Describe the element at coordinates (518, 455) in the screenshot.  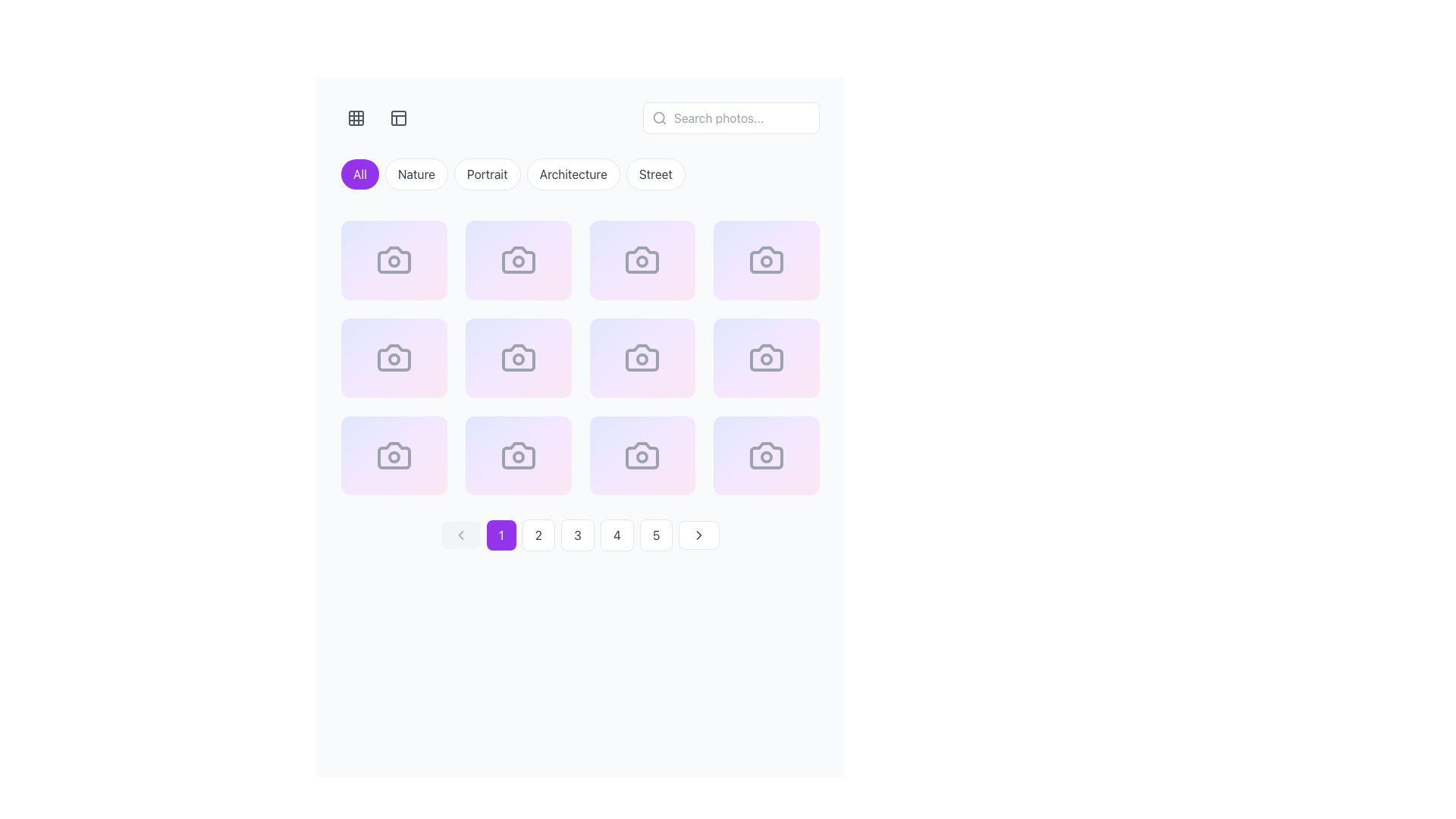
I see `on the central icon in the bottom row of the grid that indicates a media-related action` at that location.